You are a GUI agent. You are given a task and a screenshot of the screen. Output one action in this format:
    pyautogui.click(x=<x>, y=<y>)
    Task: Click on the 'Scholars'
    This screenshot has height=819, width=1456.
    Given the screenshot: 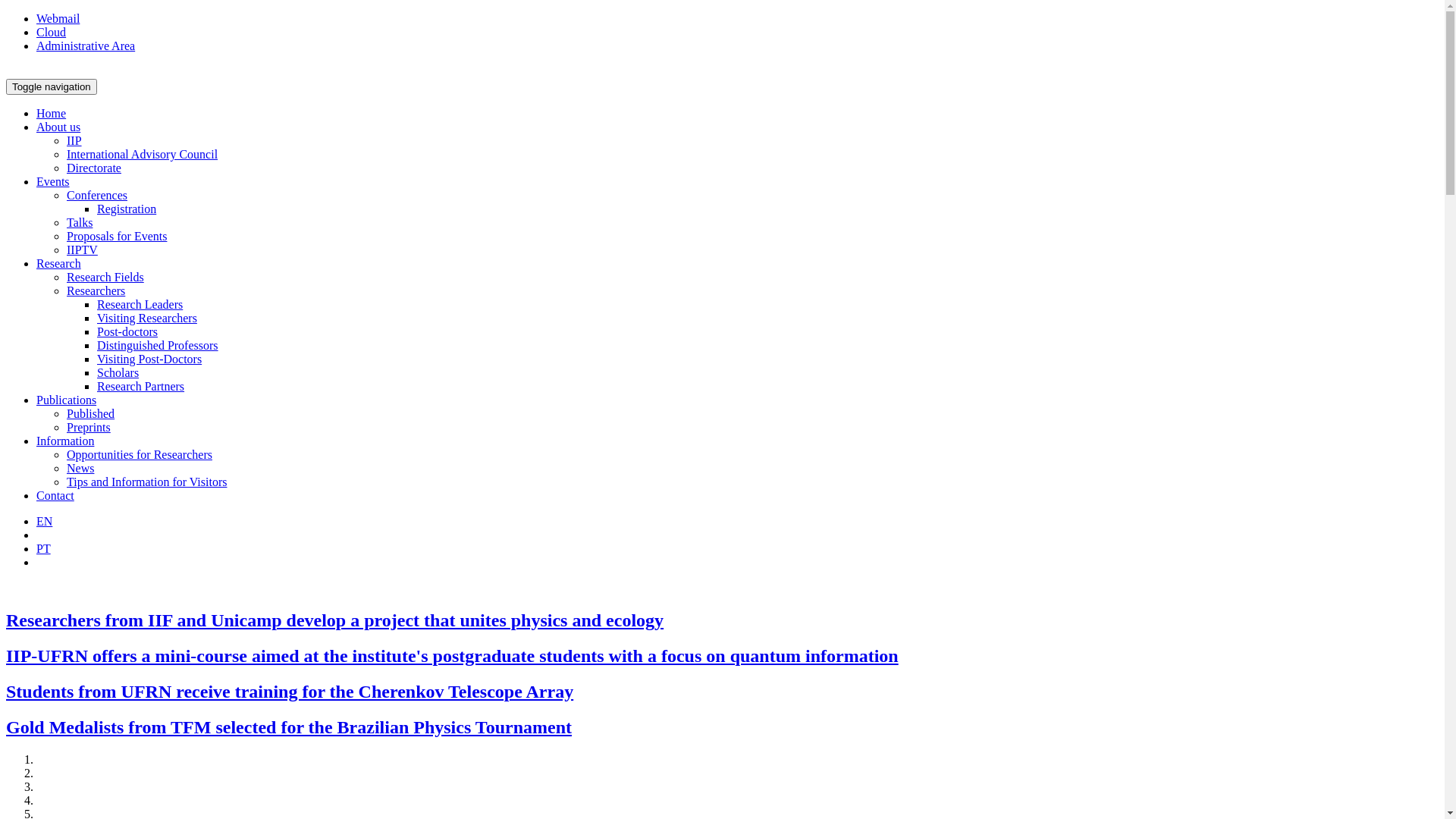 What is the action you would take?
    pyautogui.click(x=117, y=372)
    